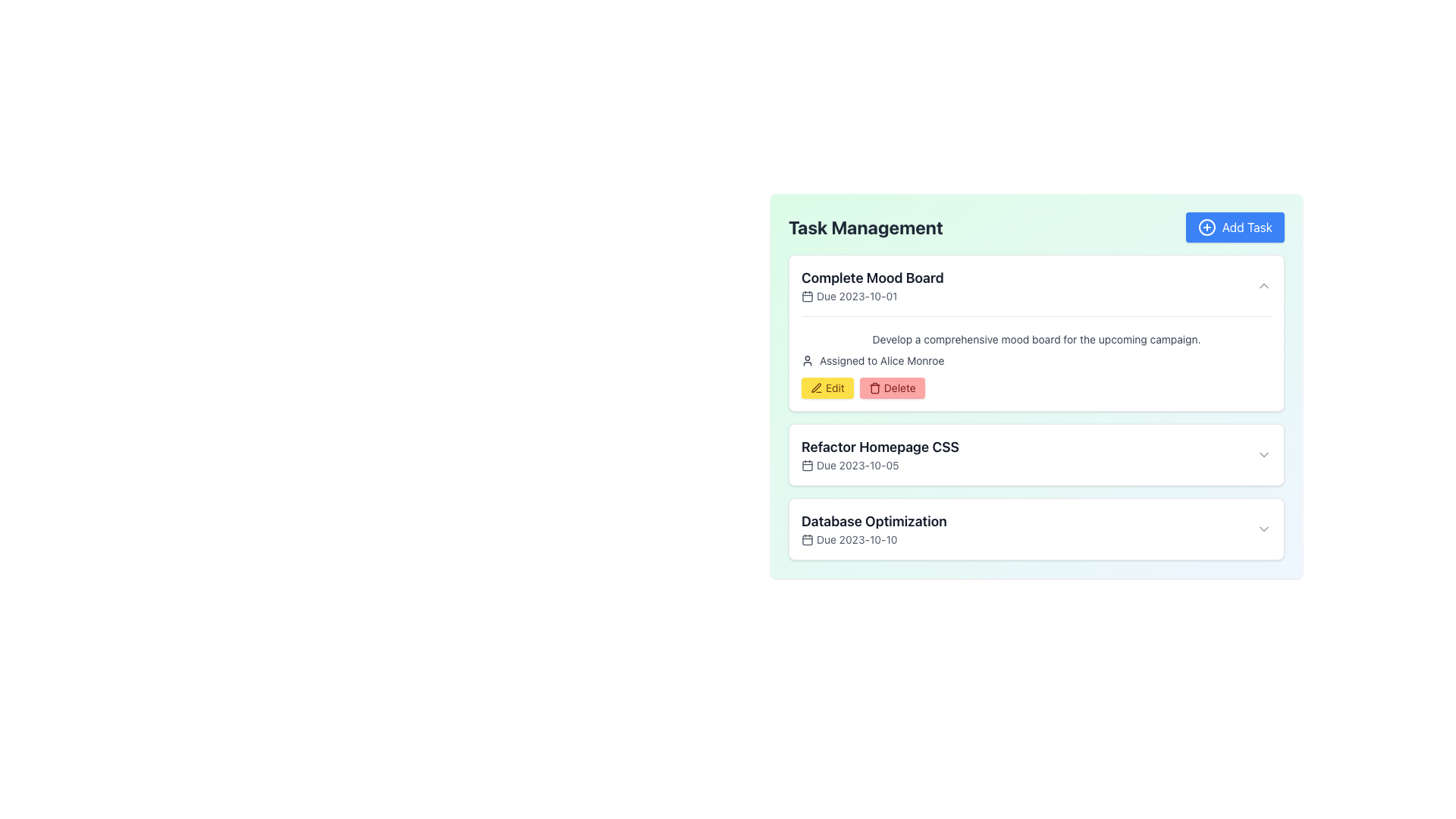 The image size is (1456, 819). I want to click on the small circular icon with a plus sign, which is part of the 'Add Task' button and located to the left of the 'Add Task' text, so click(1206, 227).